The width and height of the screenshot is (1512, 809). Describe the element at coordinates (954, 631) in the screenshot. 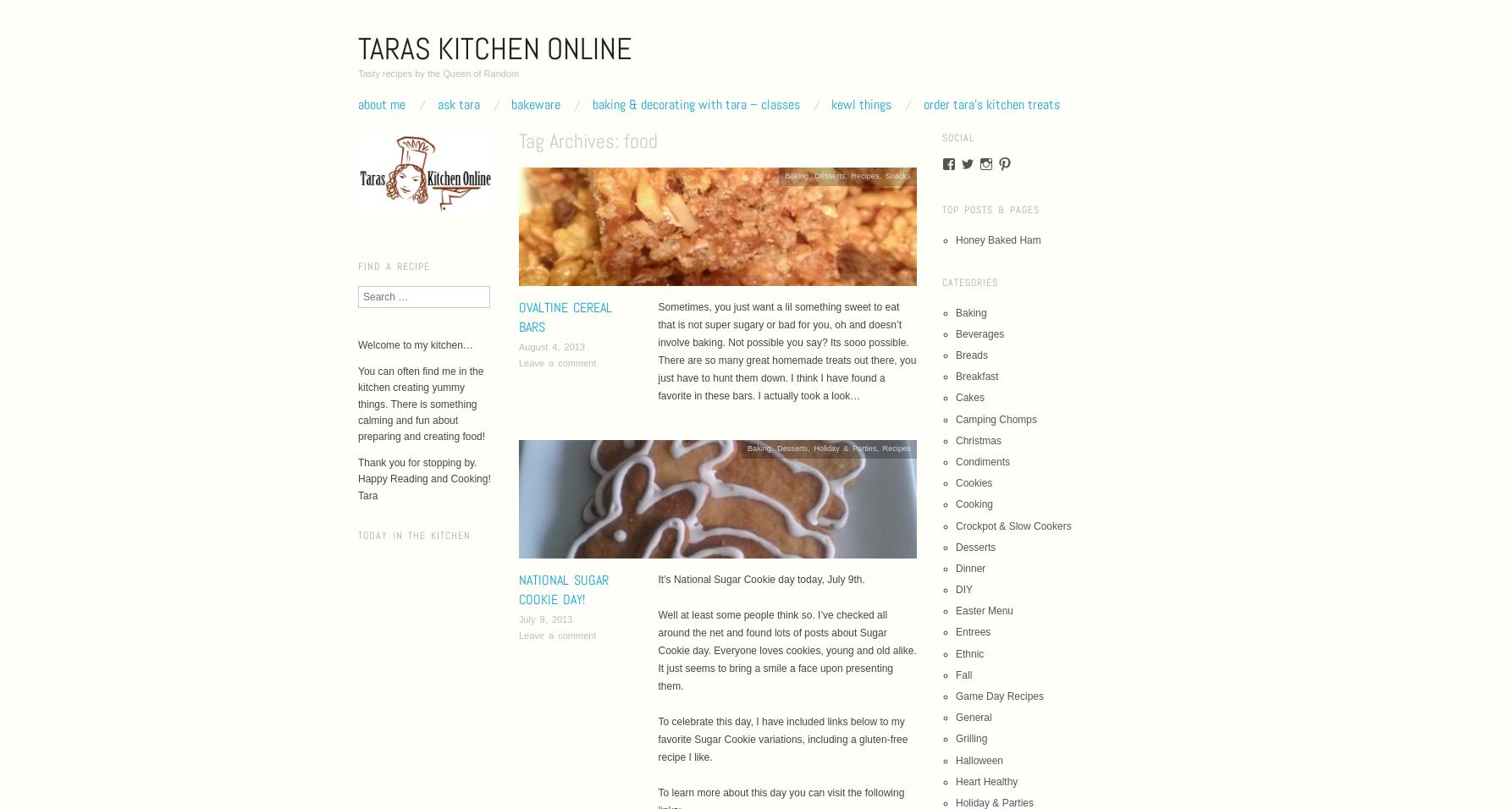

I see `'Entrees'` at that location.